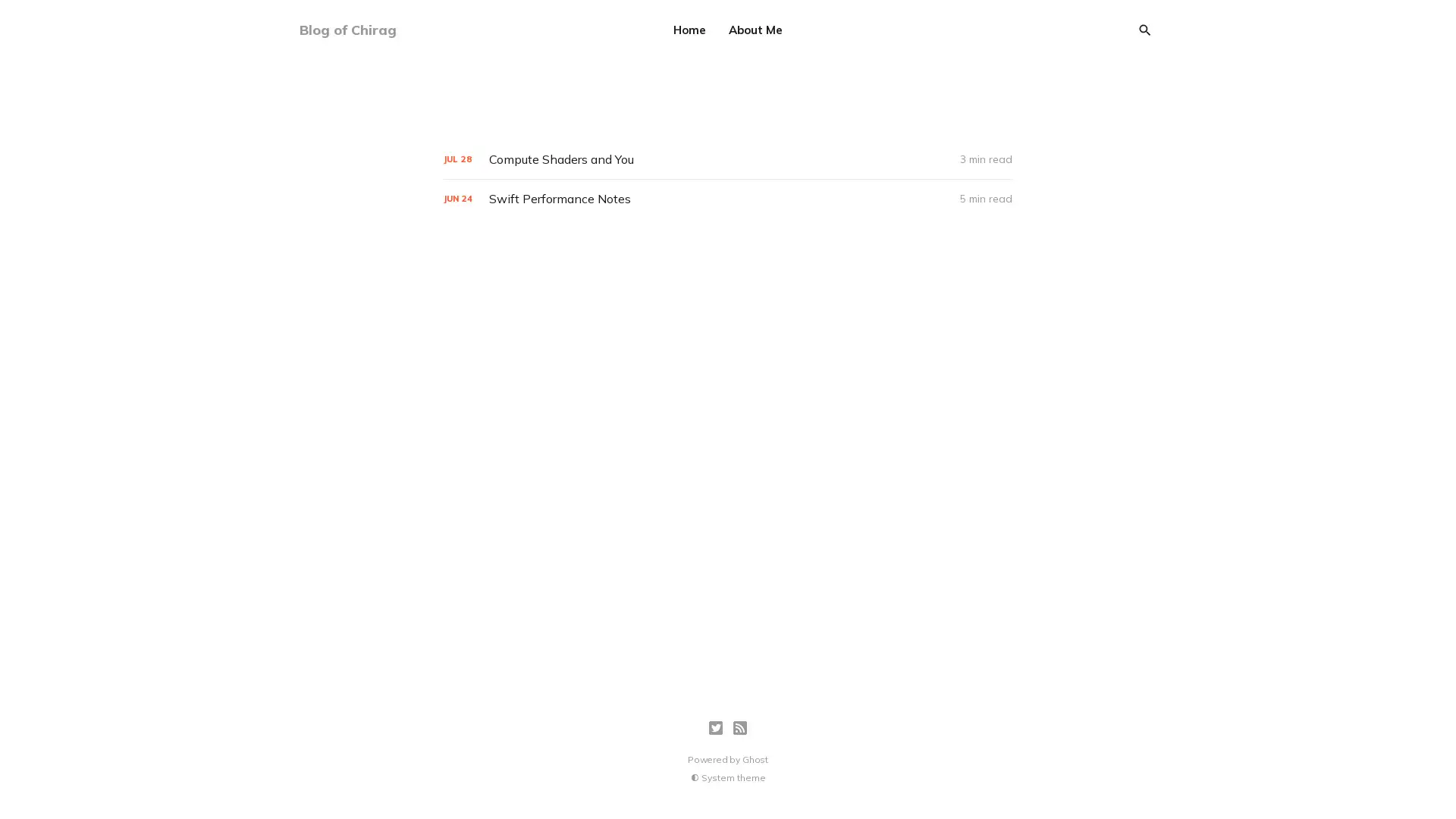  I want to click on Search, so click(1145, 30).